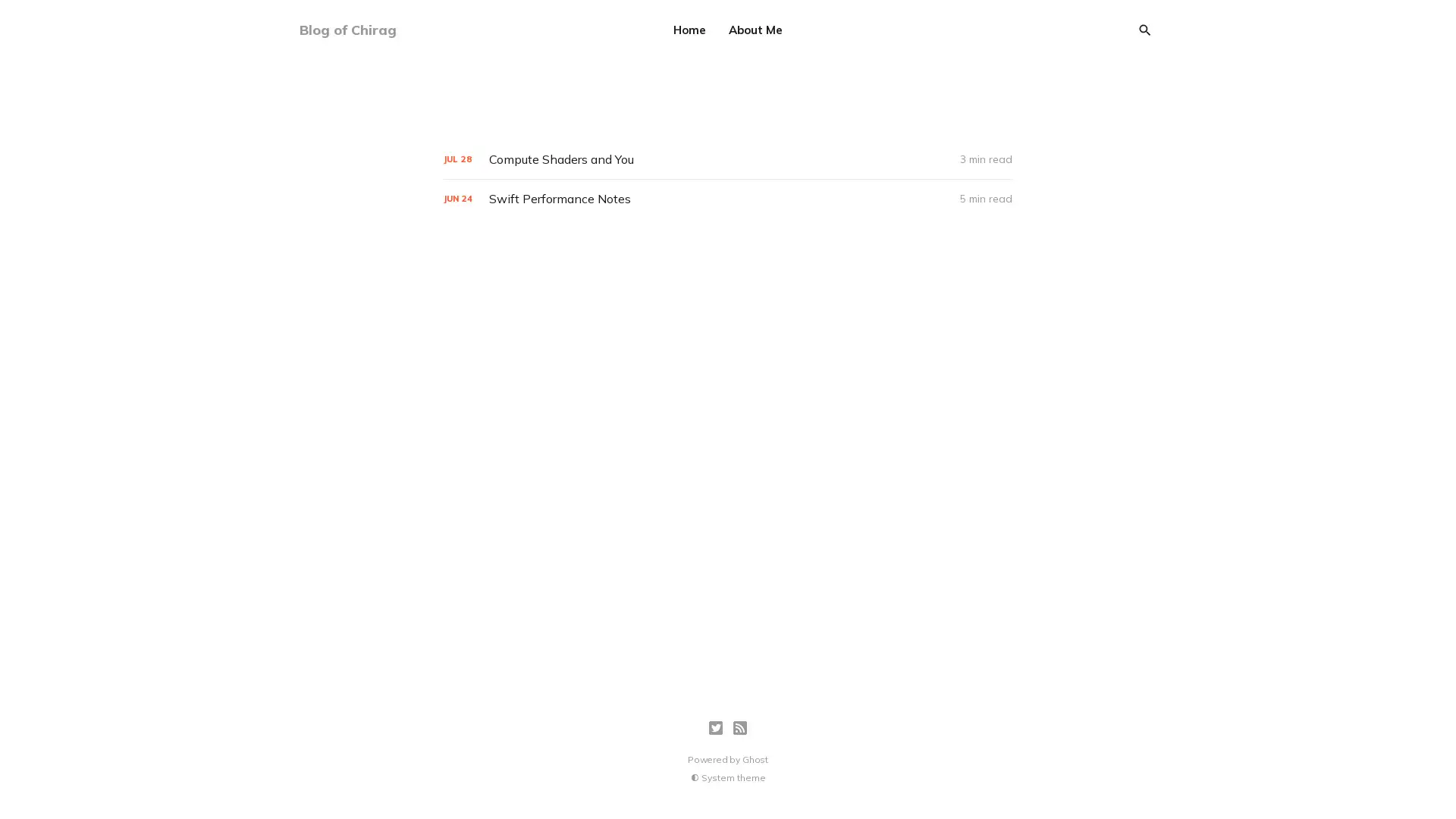  I want to click on Search, so click(1145, 30).